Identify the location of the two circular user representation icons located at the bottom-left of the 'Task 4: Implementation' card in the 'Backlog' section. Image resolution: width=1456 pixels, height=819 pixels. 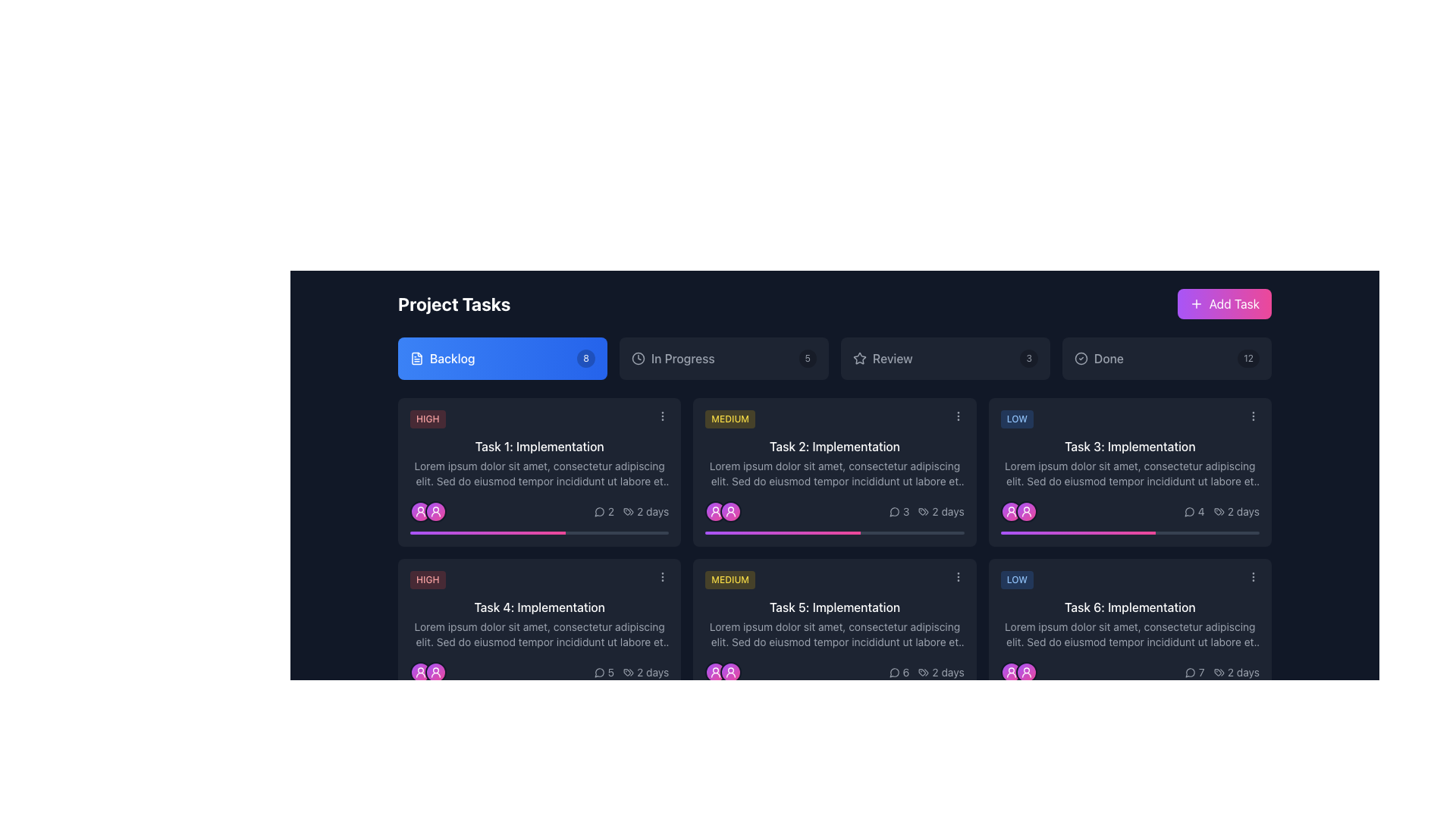
(428, 672).